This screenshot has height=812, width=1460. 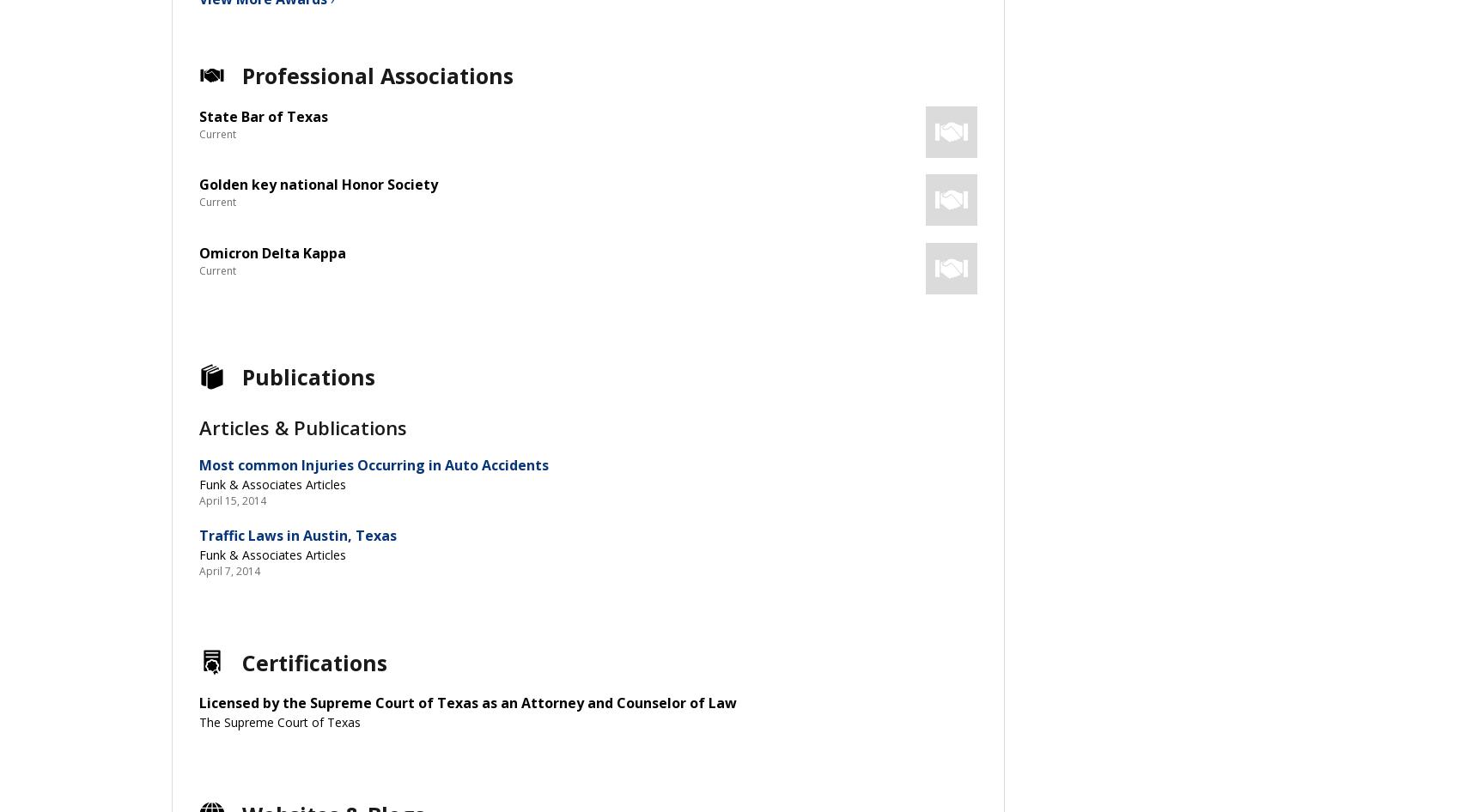 What do you see at coordinates (317, 185) in the screenshot?
I see `'Golden key national Honor Society'` at bounding box center [317, 185].